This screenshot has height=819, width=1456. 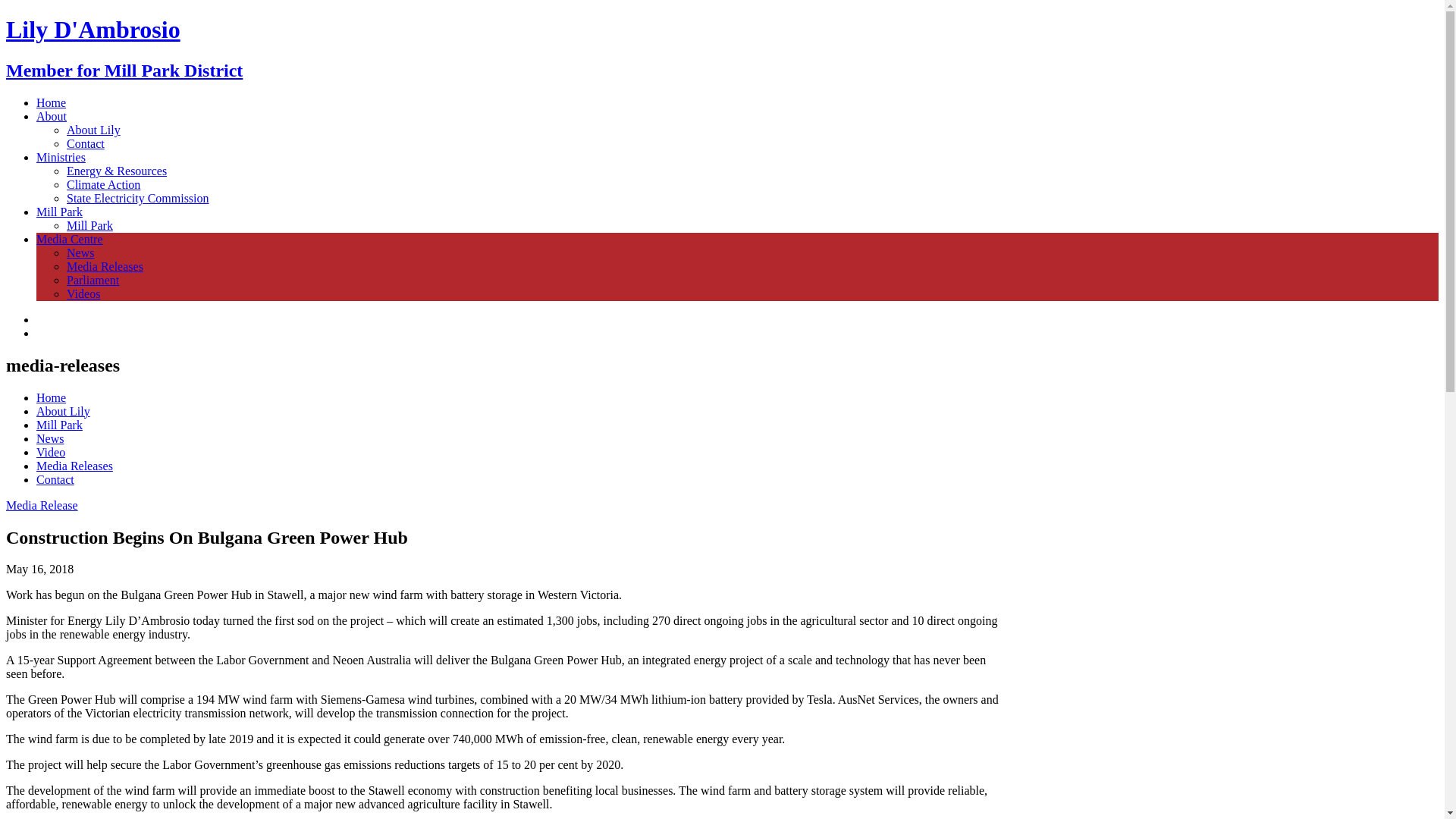 What do you see at coordinates (92, 280) in the screenshot?
I see `'Parliament'` at bounding box center [92, 280].